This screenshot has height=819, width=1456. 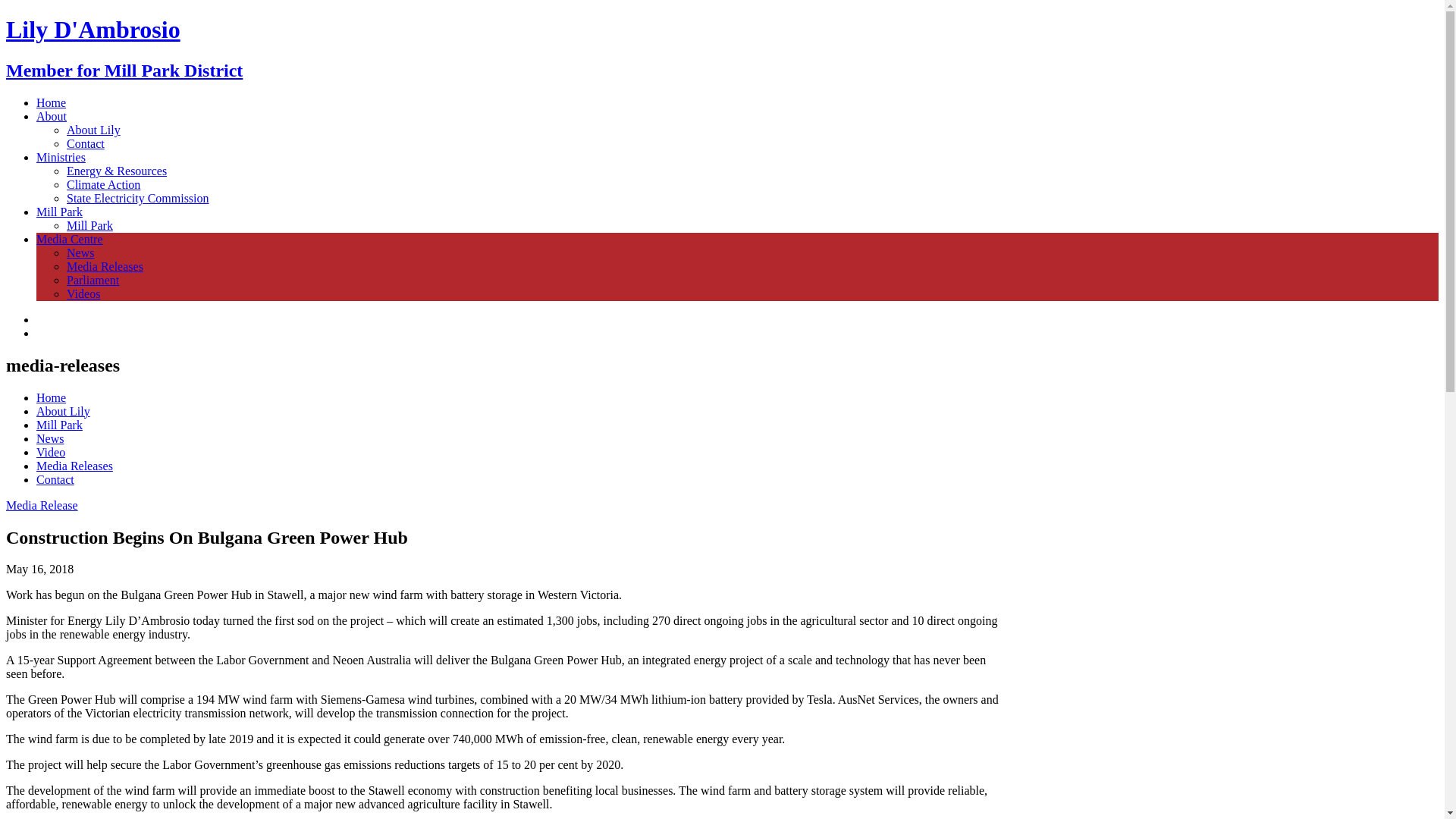 What do you see at coordinates (92, 280) in the screenshot?
I see `'Parliament'` at bounding box center [92, 280].